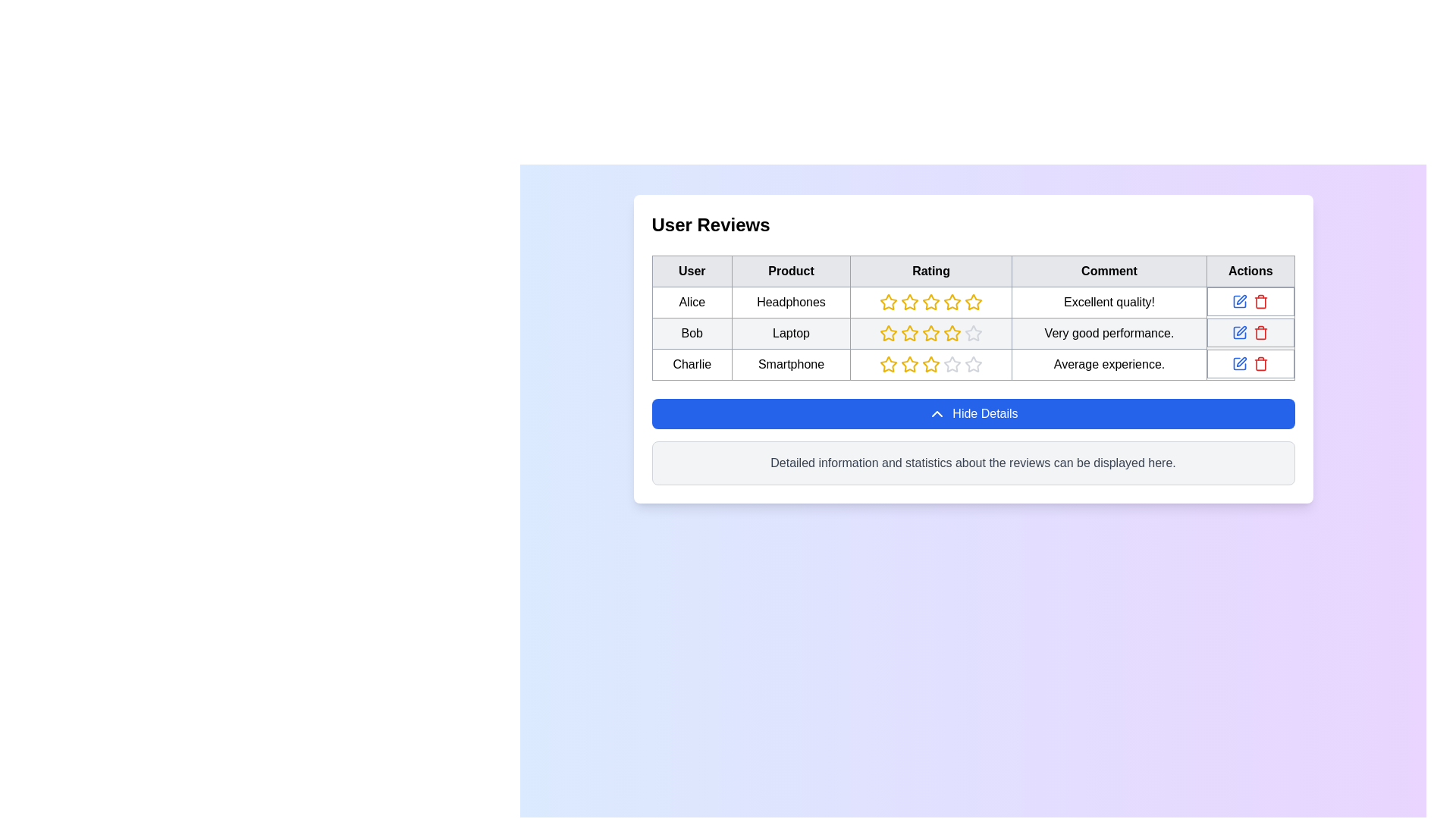  Describe the element at coordinates (952, 365) in the screenshot. I see `the sixth star icon representing a non-selected rating option in the star rating system for the user 'Charlie'` at that location.